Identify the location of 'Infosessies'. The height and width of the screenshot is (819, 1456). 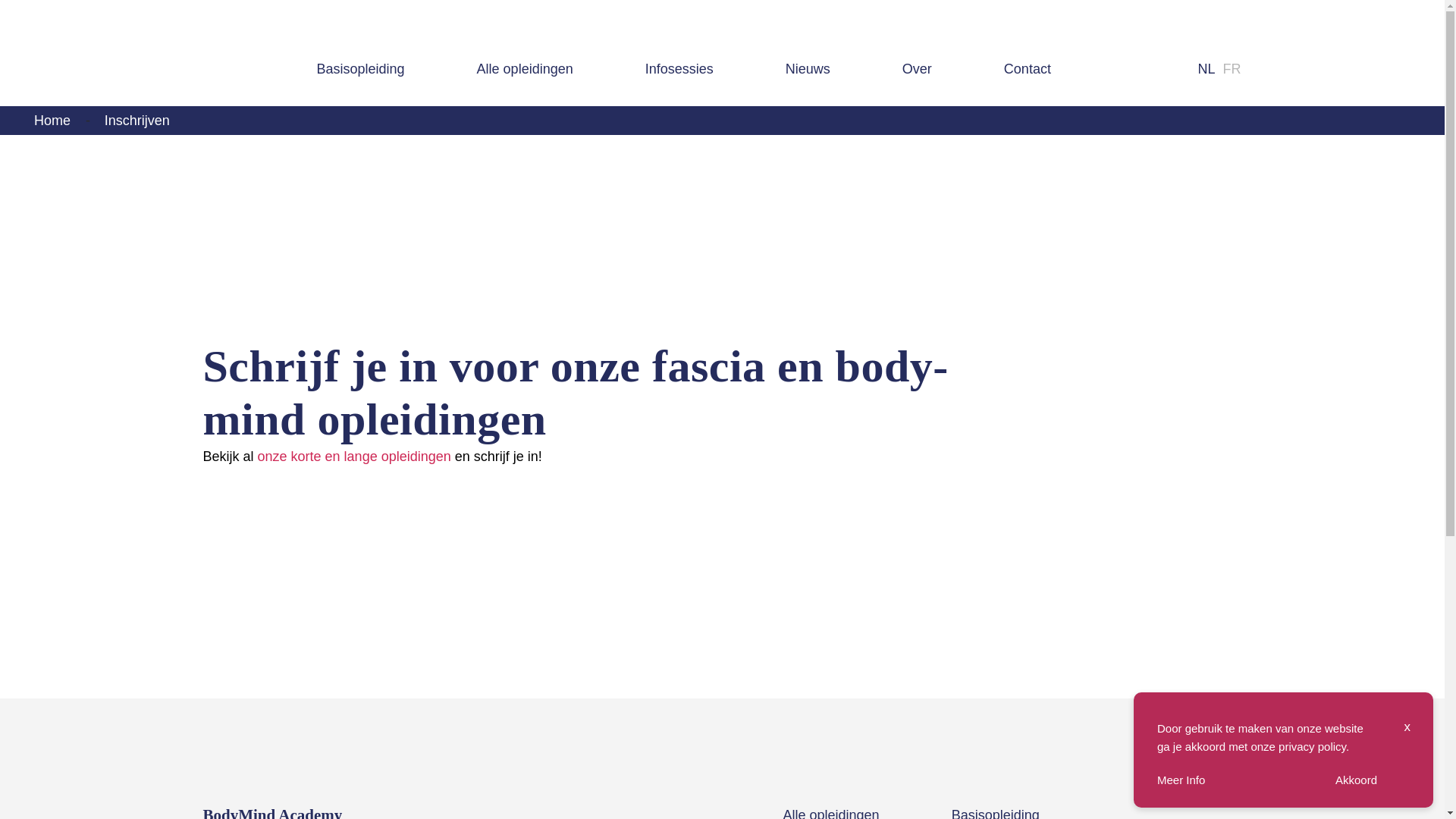
(645, 69).